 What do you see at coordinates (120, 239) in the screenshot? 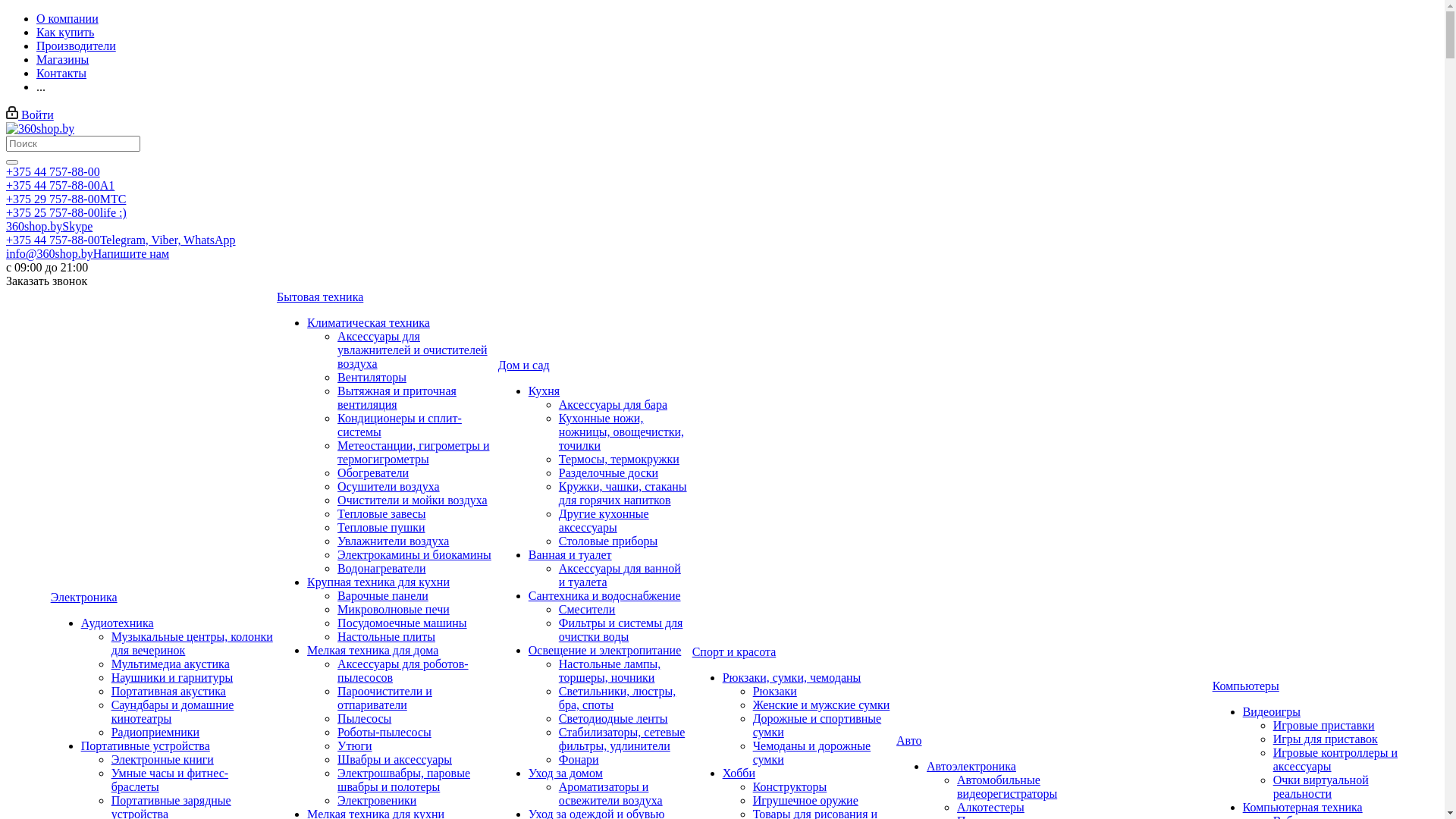
I see `'+375 44 757-88-00Telegram, Viber, WhatsApp'` at bounding box center [120, 239].